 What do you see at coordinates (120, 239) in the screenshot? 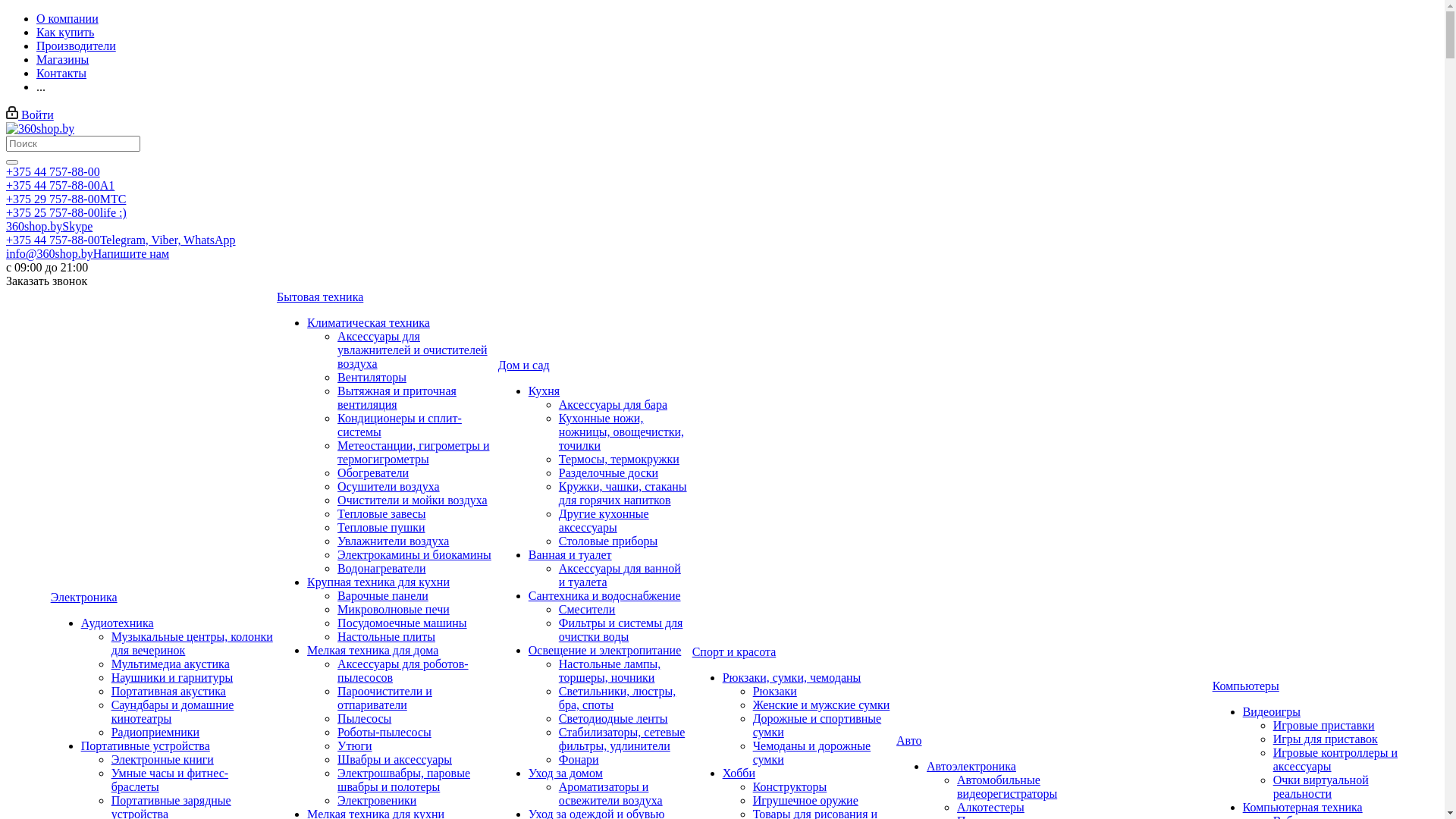
I see `'+375 44 757-88-00Telegram, Viber, WhatsApp'` at bounding box center [120, 239].